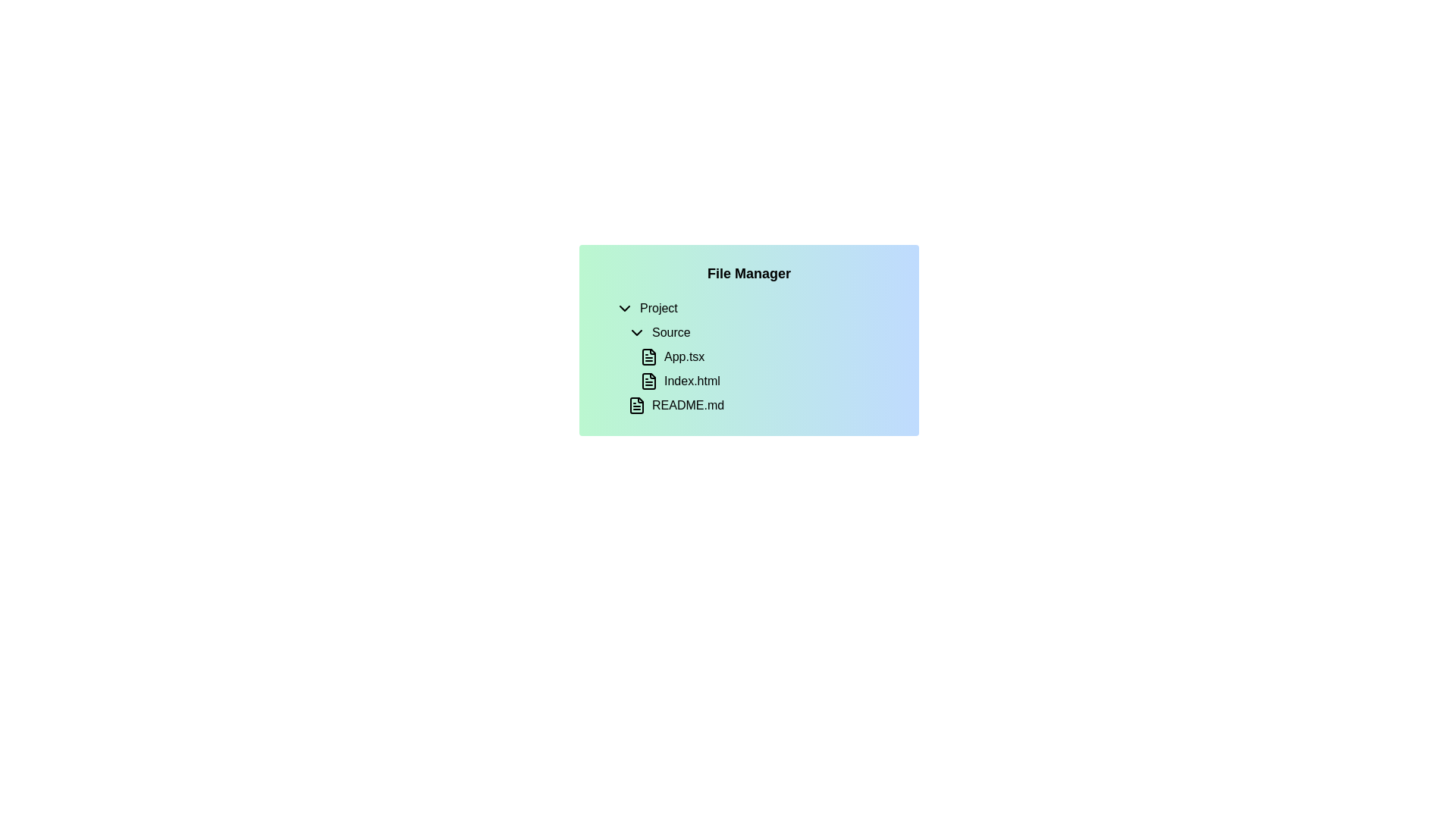  Describe the element at coordinates (691, 380) in the screenshot. I see `the text label representing the file 'Index.html' in the file structure viewer` at that location.